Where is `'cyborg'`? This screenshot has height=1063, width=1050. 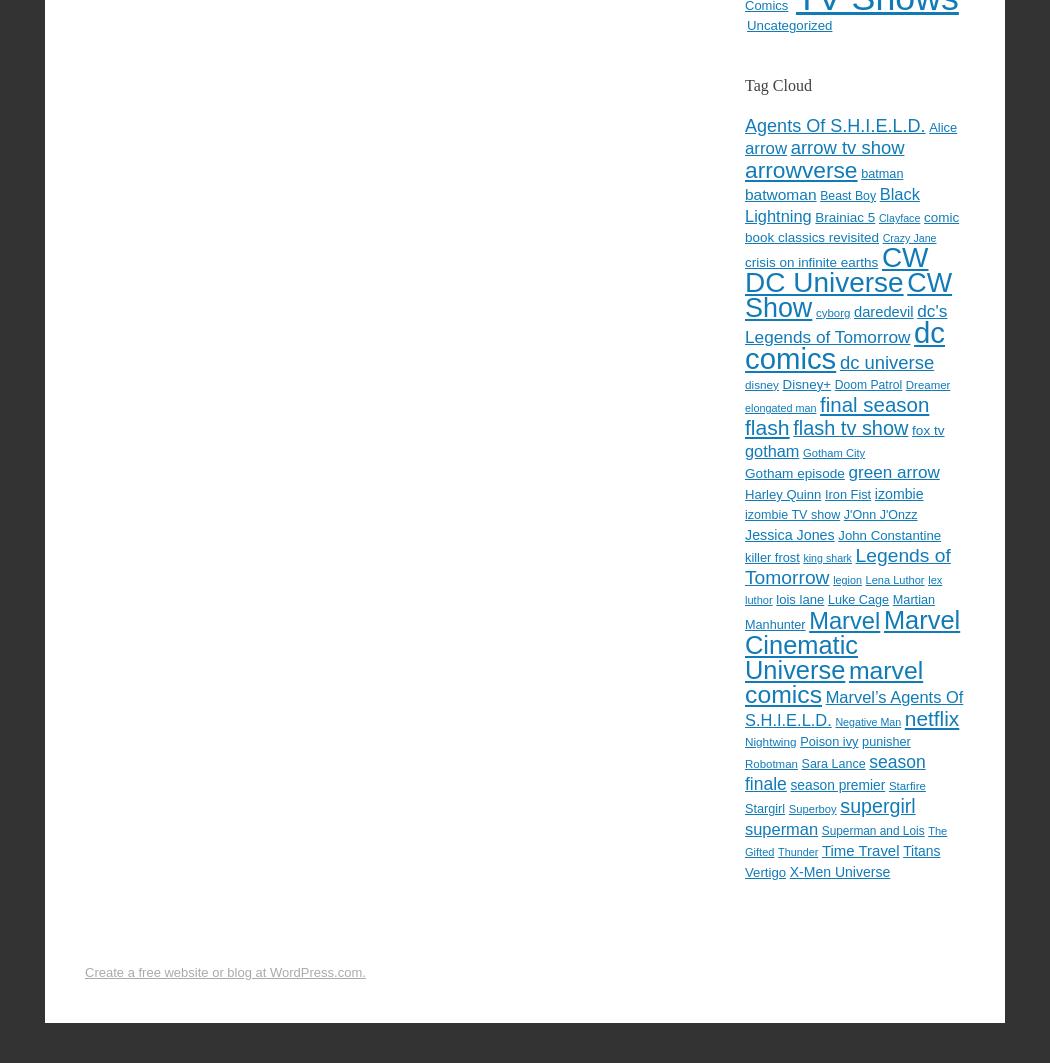
'cyborg' is located at coordinates (814, 311).